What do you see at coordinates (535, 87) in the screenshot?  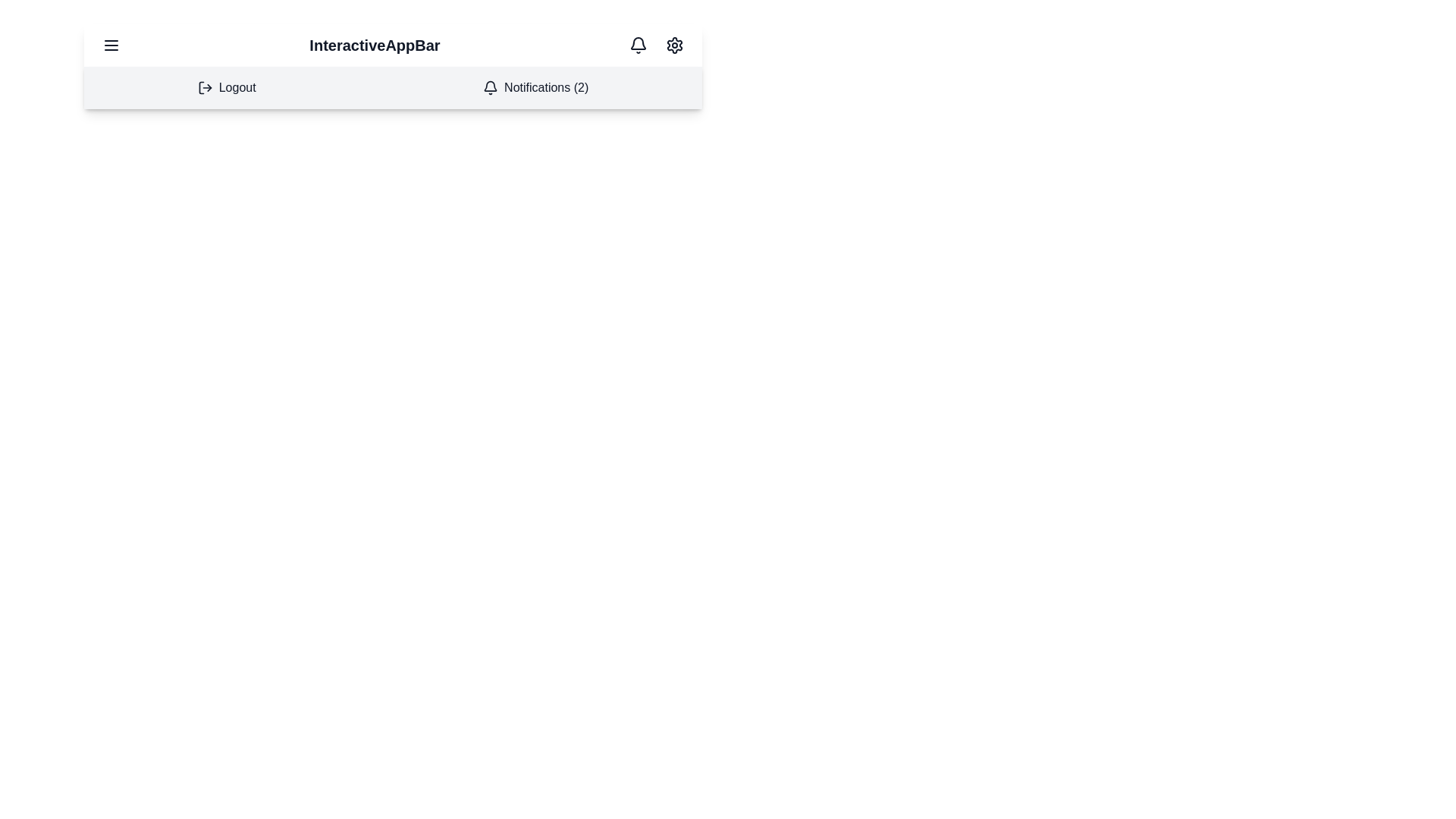 I see `the menu item Notifications to perform its action` at bounding box center [535, 87].